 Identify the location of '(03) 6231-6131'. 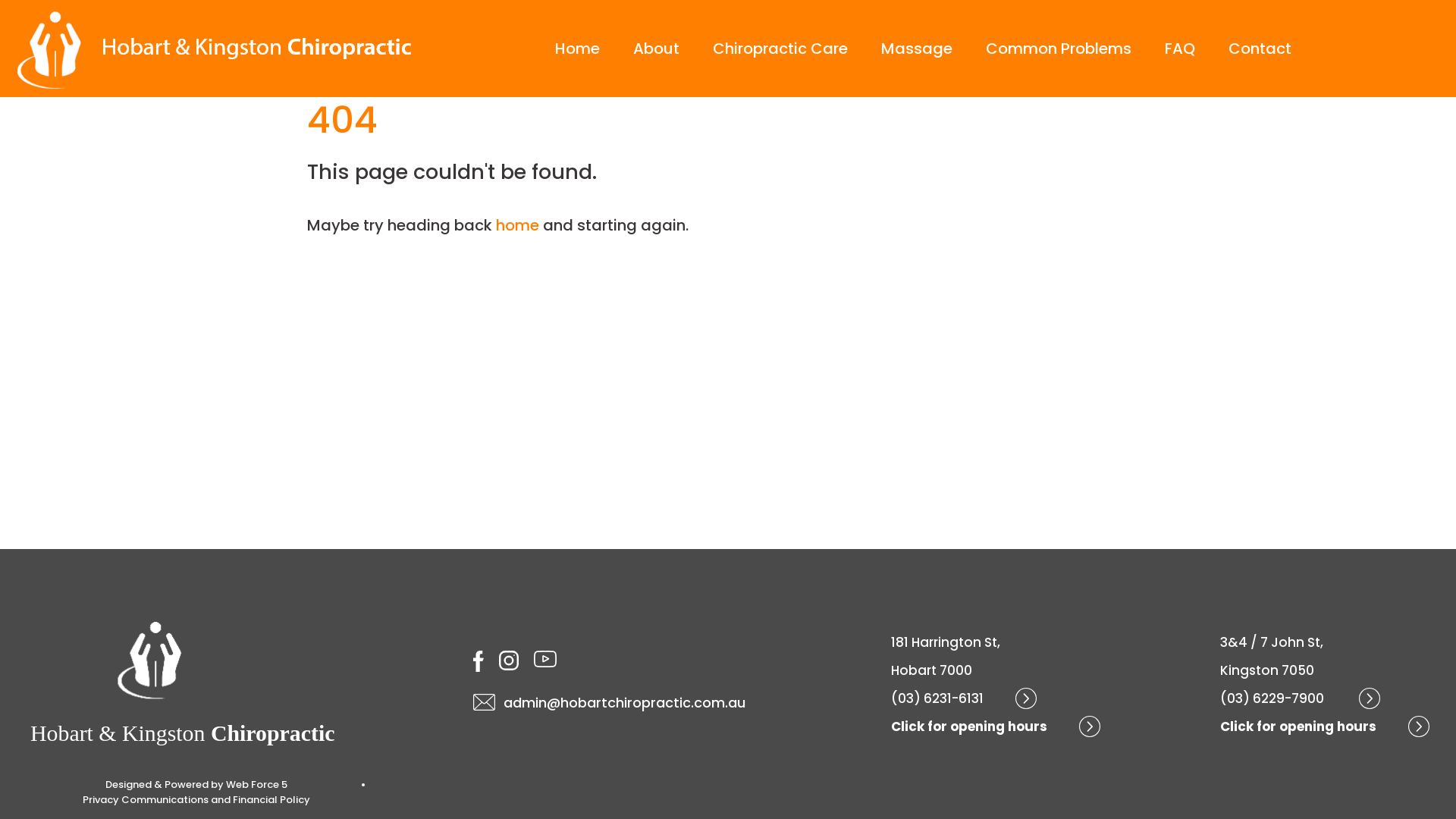
(963, 698).